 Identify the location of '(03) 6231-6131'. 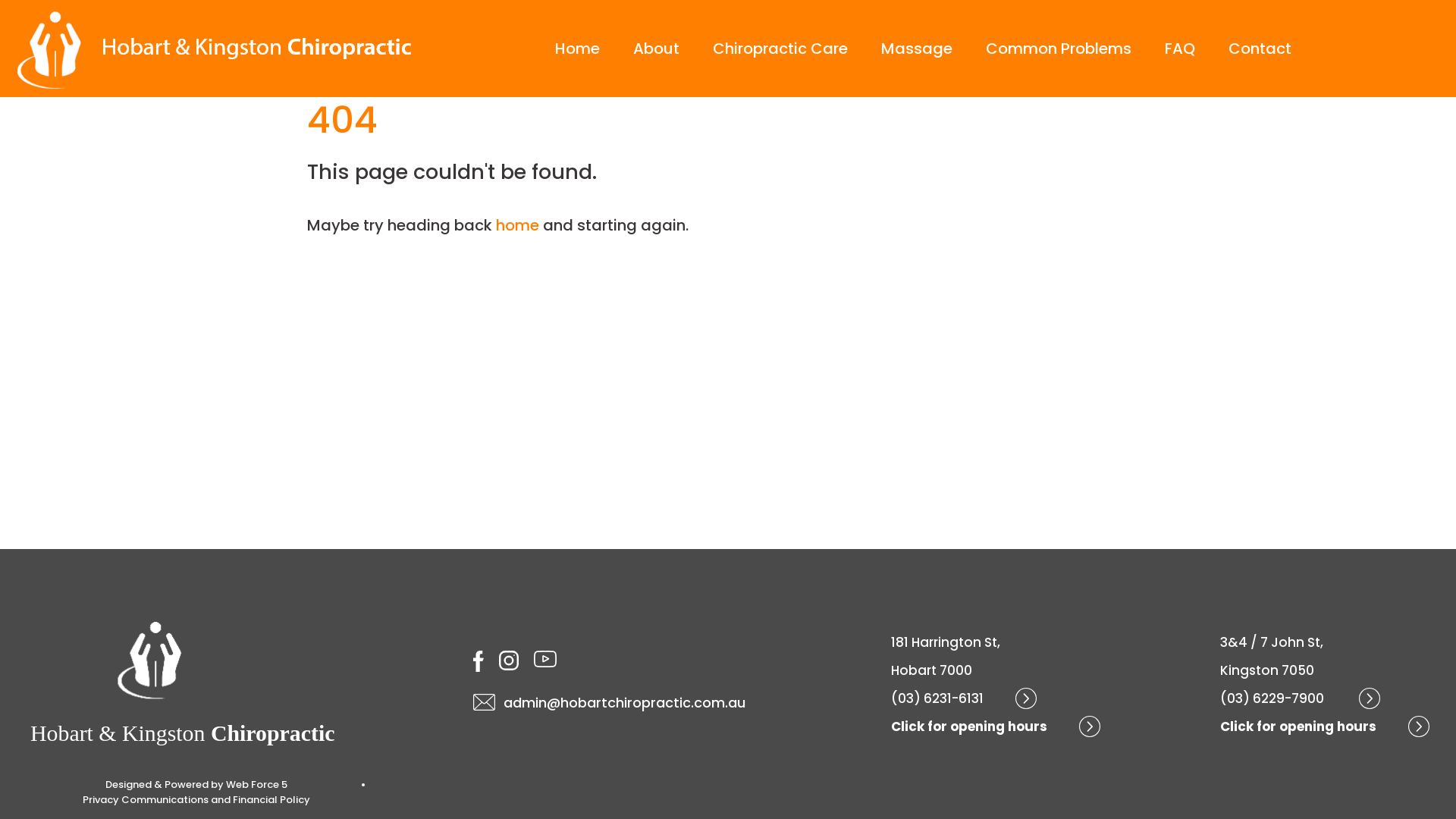
(963, 698).